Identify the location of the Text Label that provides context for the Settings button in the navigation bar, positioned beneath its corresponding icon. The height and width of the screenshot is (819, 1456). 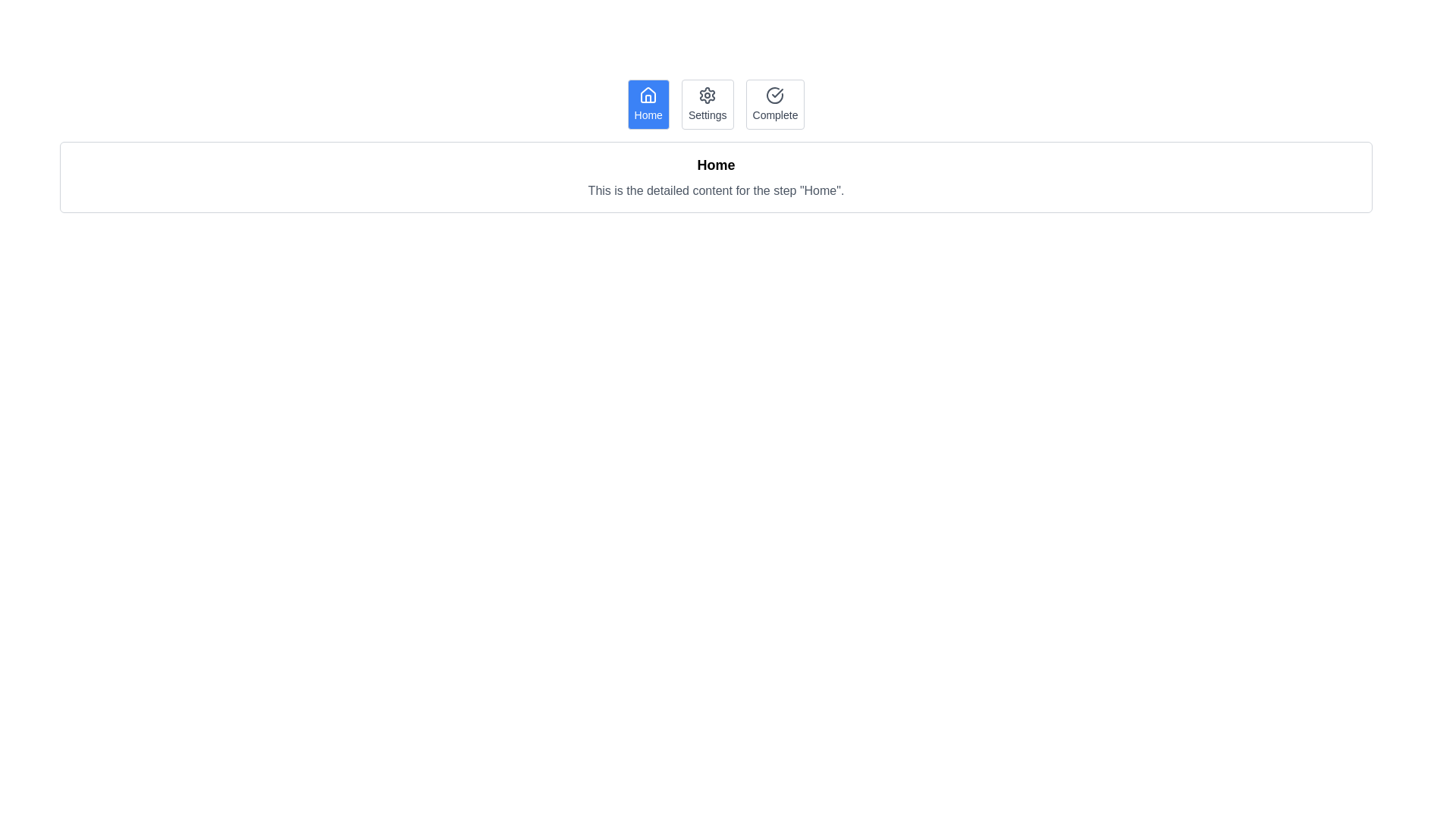
(707, 114).